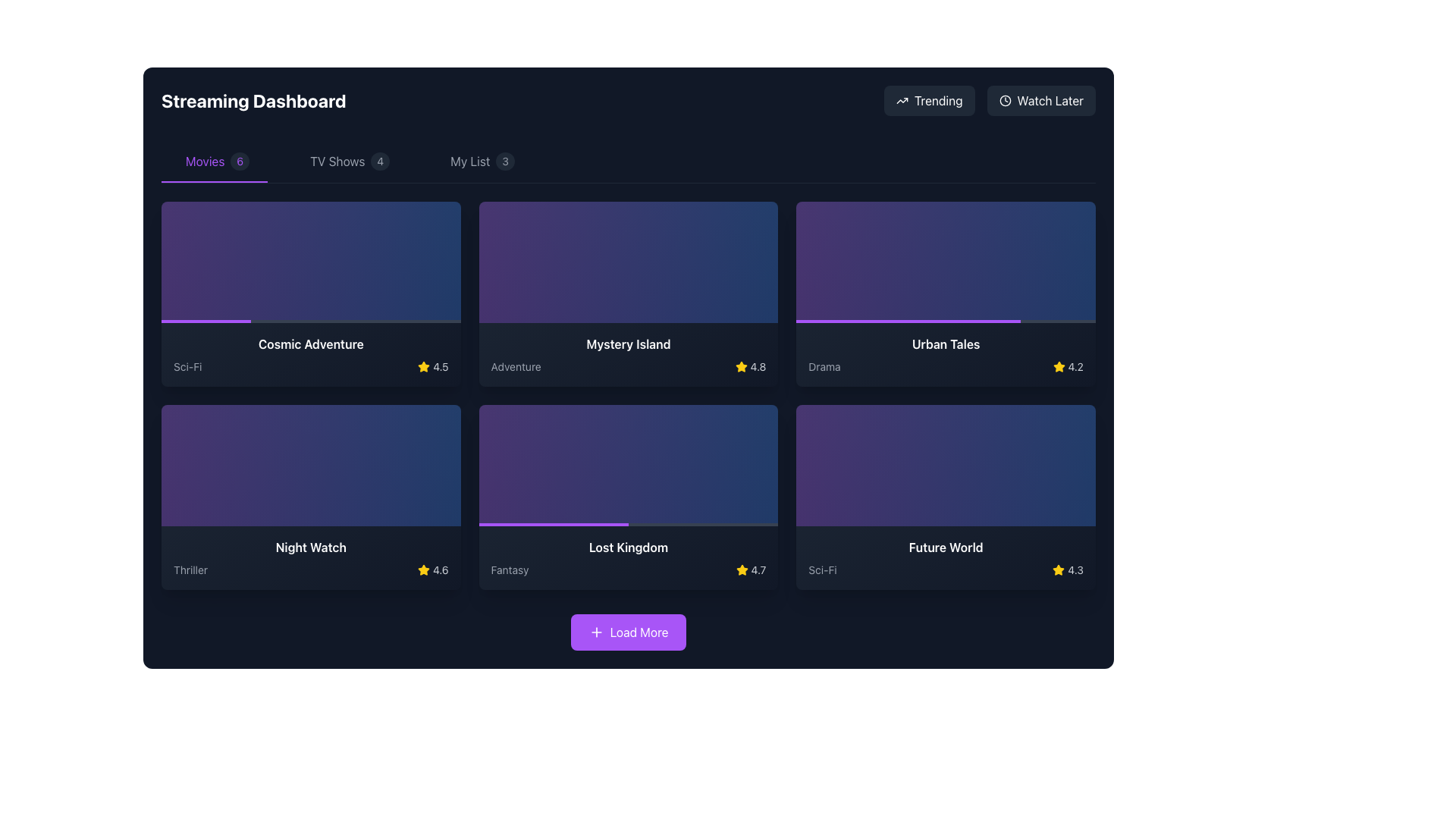  What do you see at coordinates (824, 366) in the screenshot?
I see `text label displaying 'Drama' located at the bottom of the 'Urban Tales' tile in the grid of content cards` at bounding box center [824, 366].